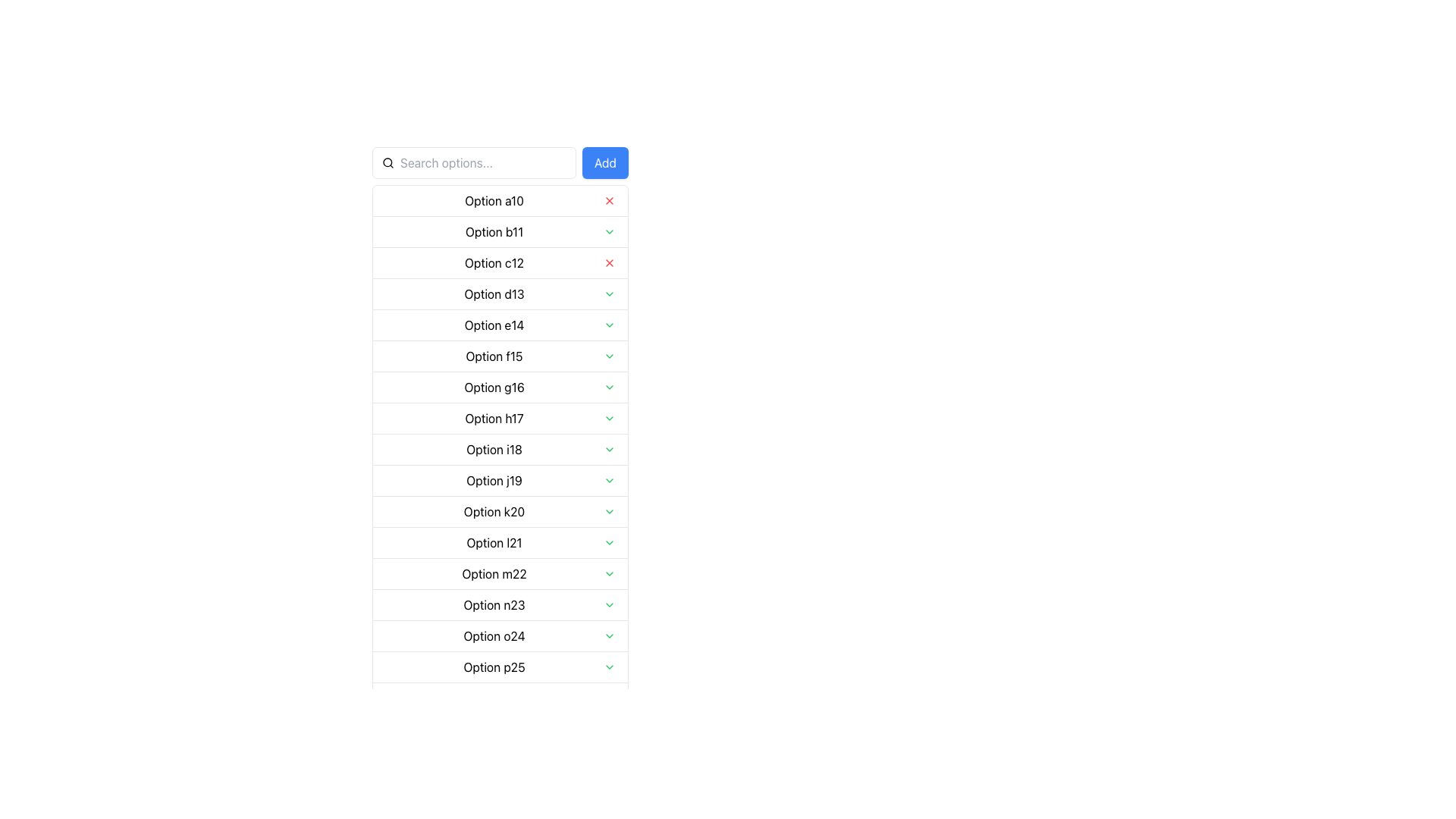 Image resolution: width=1456 pixels, height=819 pixels. What do you see at coordinates (610, 604) in the screenshot?
I see `the small green downward-pointing chevron icon located to the right of the 'Option n23' text label` at bounding box center [610, 604].